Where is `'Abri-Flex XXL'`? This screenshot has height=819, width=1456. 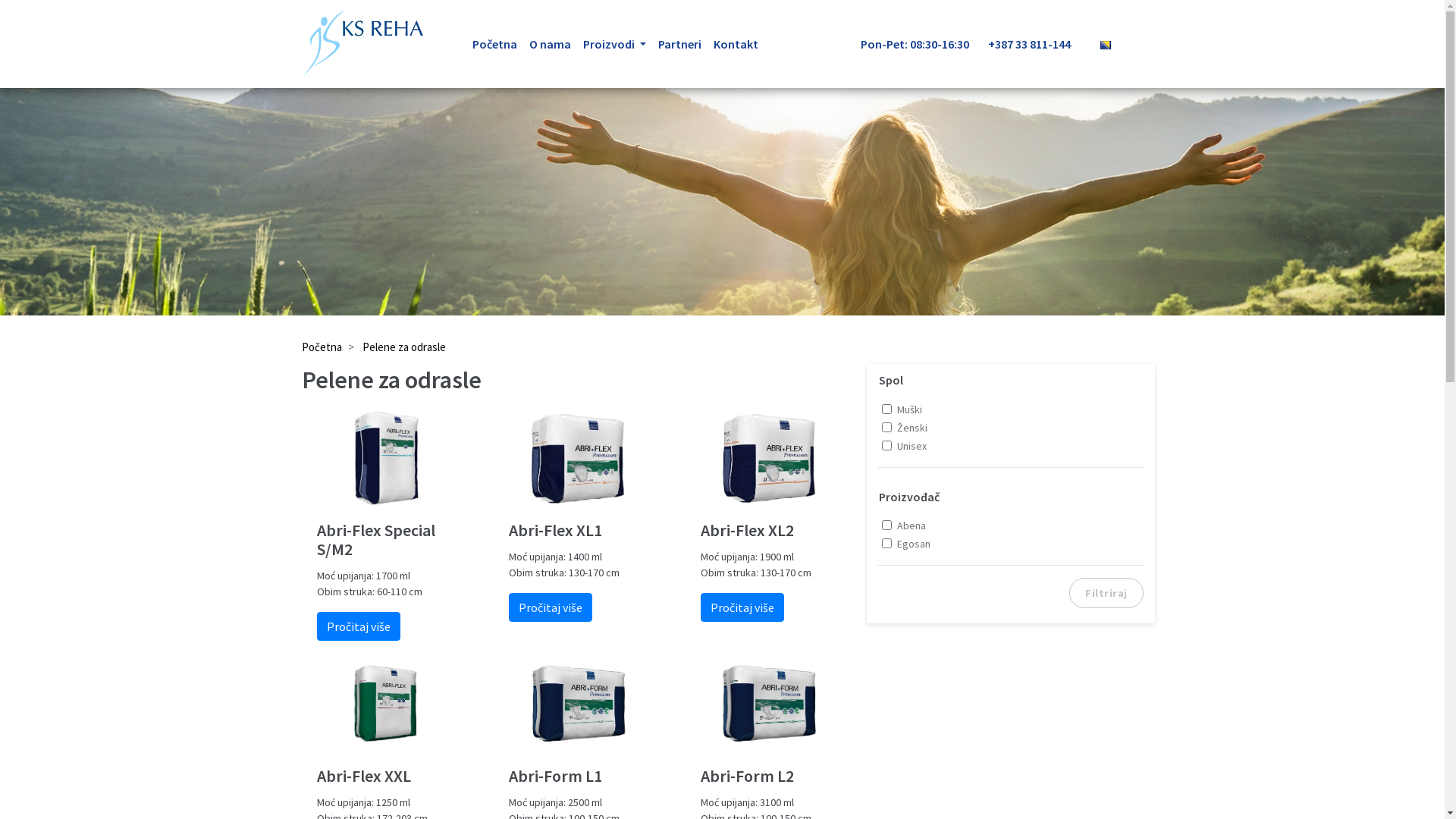
'Abri-Flex XXL' is located at coordinates (386, 776).